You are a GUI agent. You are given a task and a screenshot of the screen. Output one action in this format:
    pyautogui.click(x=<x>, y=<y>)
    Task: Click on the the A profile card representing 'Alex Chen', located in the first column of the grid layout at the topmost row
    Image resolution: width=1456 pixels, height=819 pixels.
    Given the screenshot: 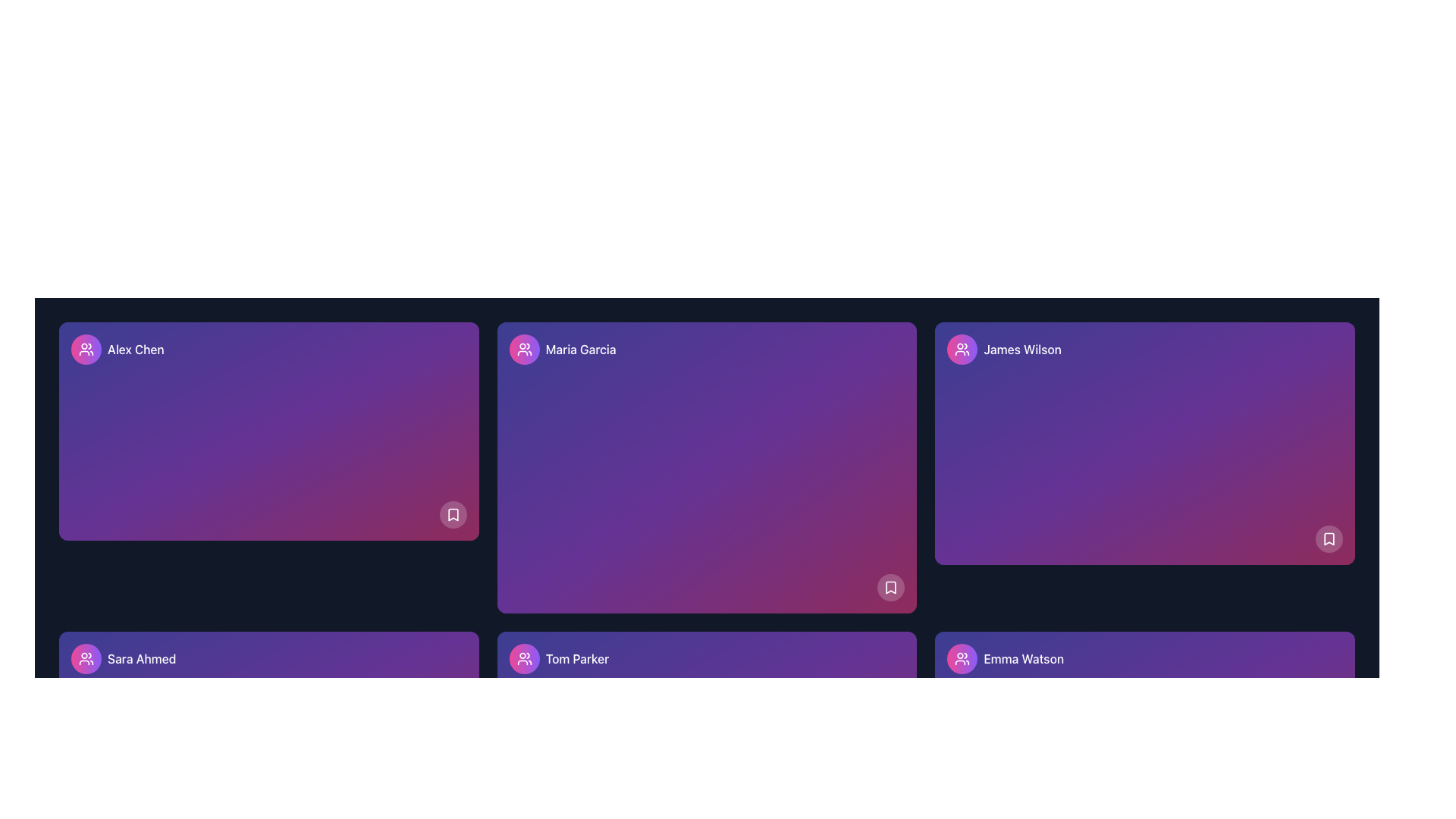 What is the action you would take?
    pyautogui.click(x=268, y=431)
    